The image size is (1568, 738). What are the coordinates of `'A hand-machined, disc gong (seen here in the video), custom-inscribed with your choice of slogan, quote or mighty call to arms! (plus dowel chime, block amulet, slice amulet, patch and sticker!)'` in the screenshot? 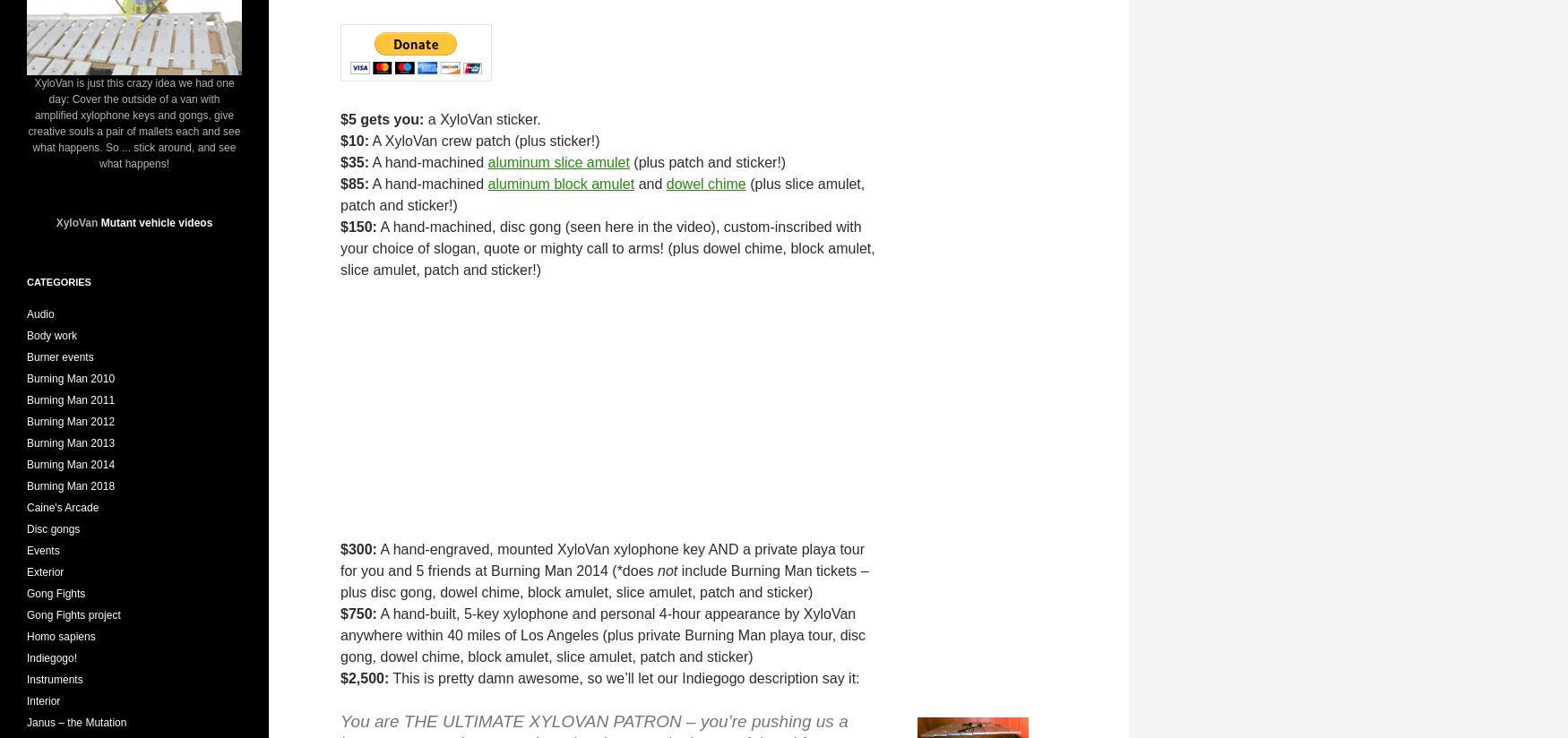 It's located at (606, 247).